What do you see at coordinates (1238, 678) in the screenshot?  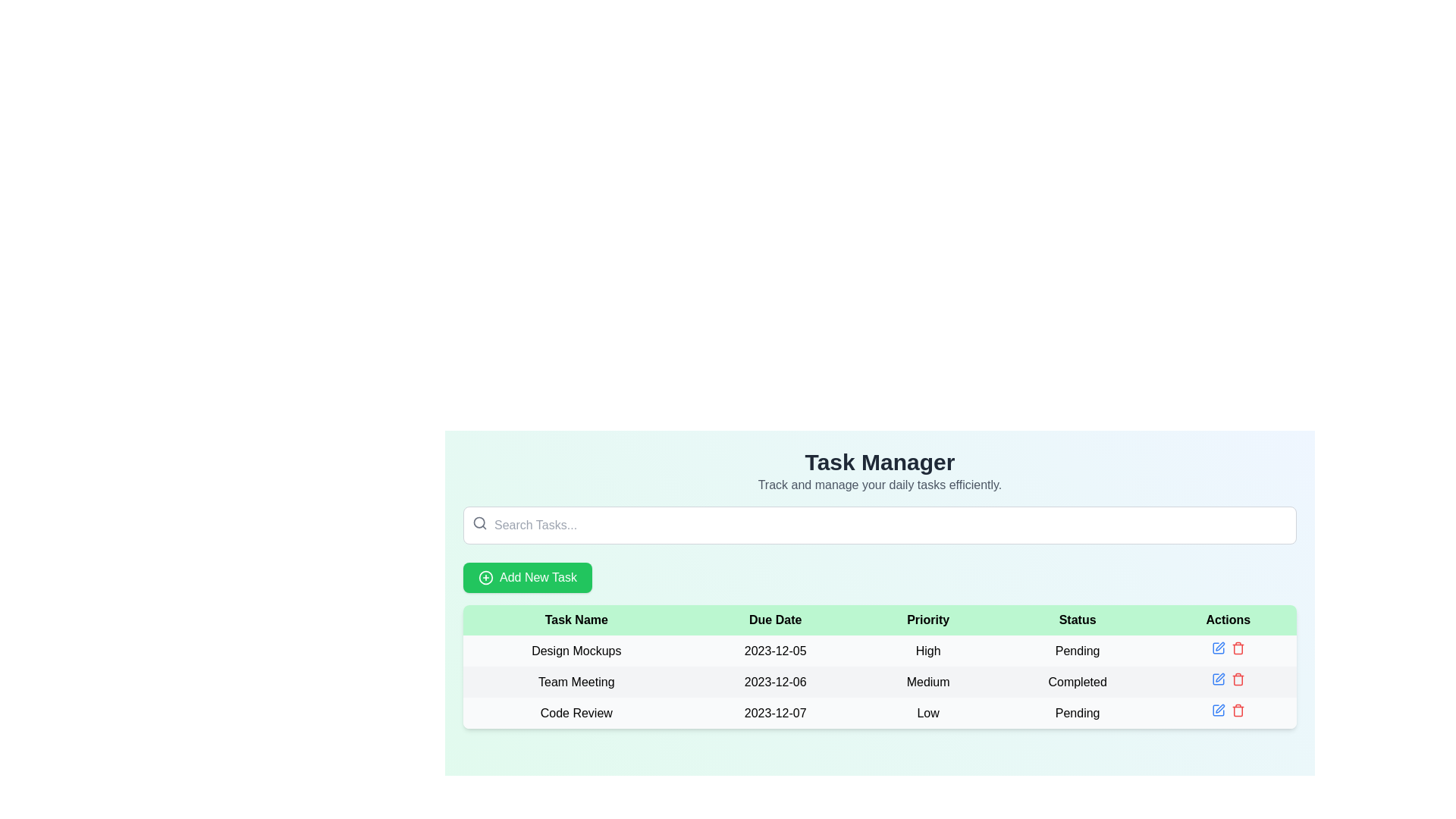 I see `the red trash-can icon button in the 'Actions' column, second row, next to the 'Completed' status for the 'Team Meeting' task to trigger the color change effect` at bounding box center [1238, 678].